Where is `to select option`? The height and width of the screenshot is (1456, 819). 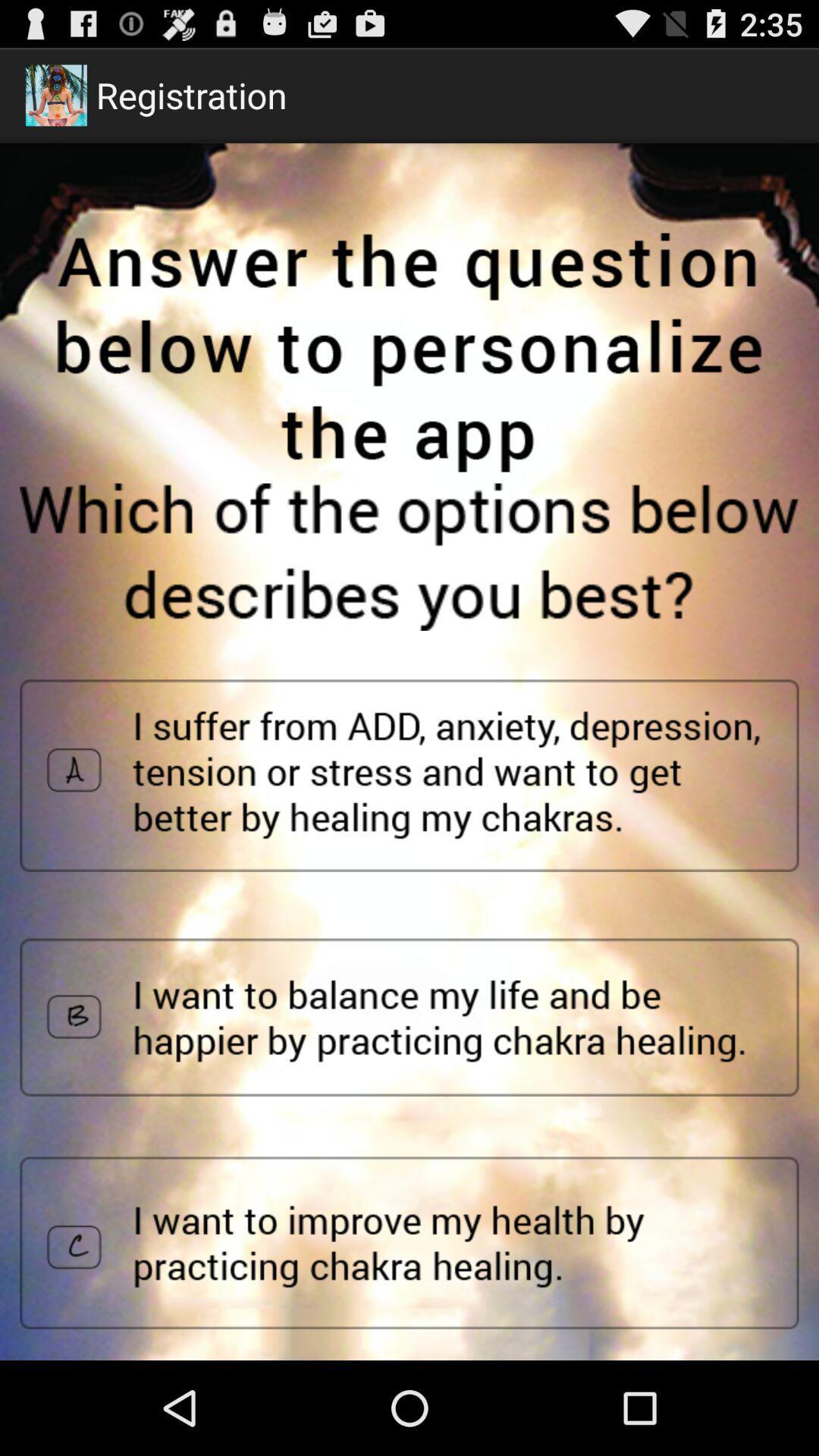 to select option is located at coordinates (409, 1017).